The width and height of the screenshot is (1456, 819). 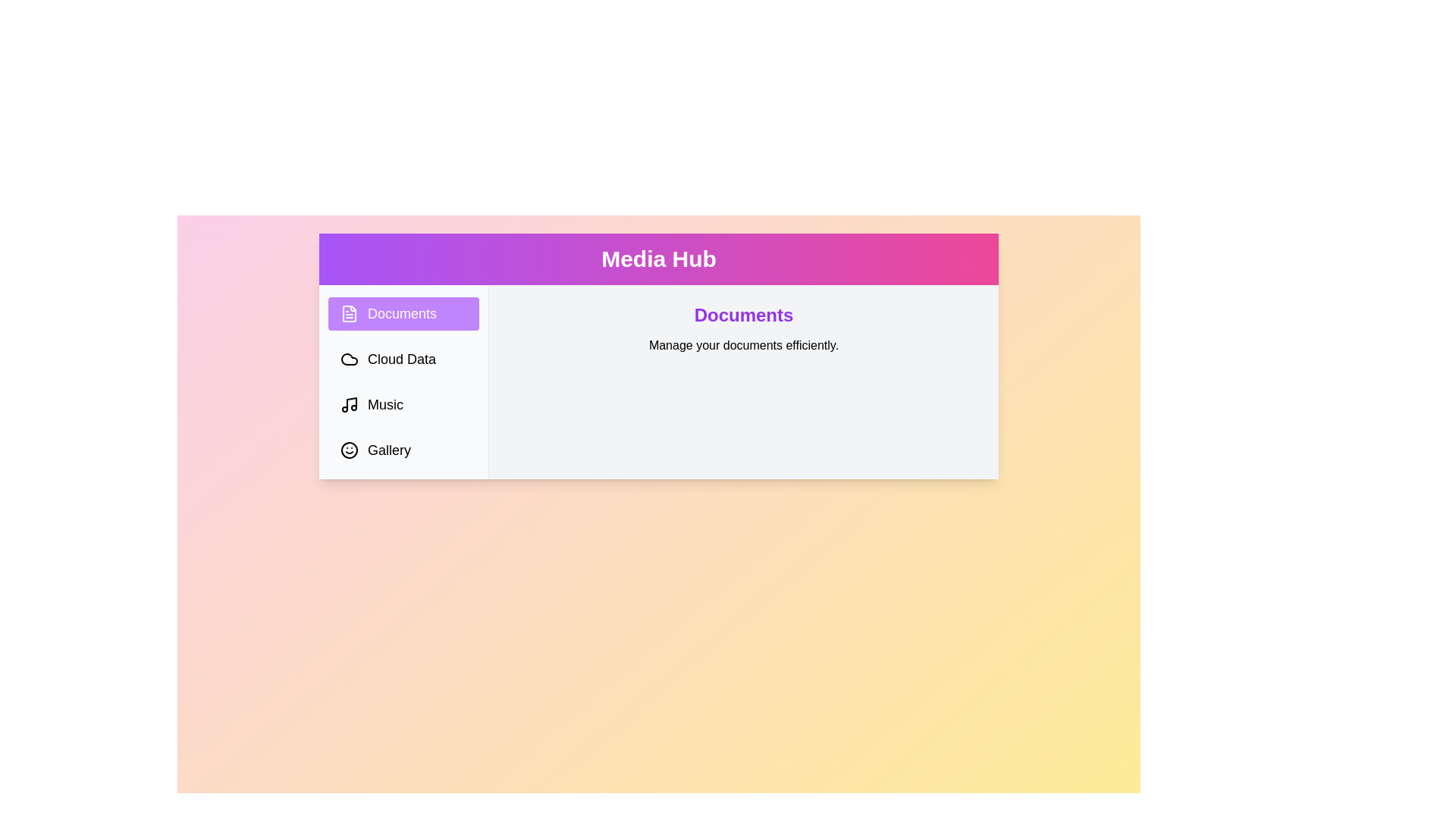 I want to click on the tab labeled Music from the sidebar, so click(x=403, y=403).